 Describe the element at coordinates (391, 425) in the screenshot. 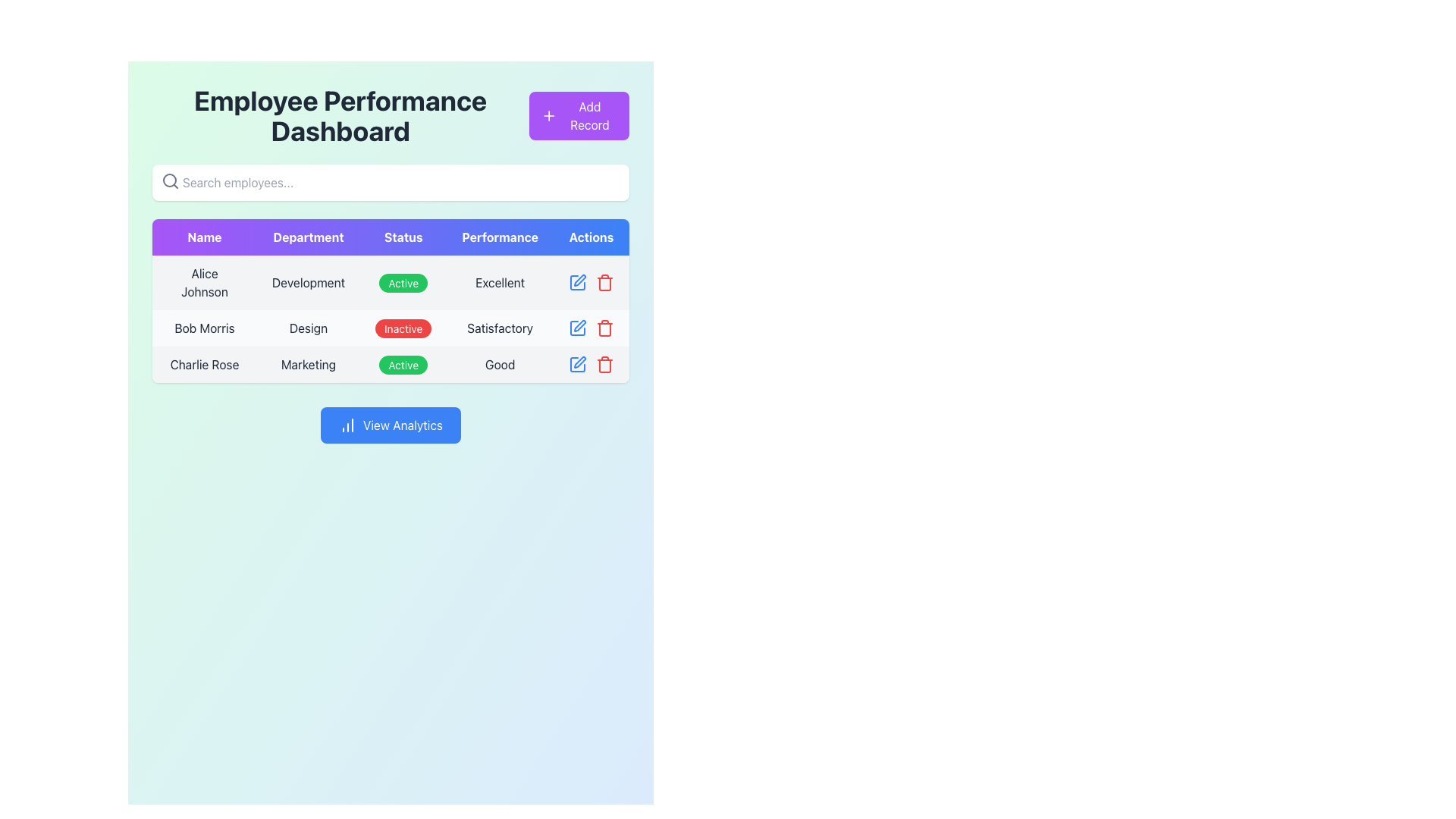

I see `the rectangular blue button labeled 'View Analytics' located below the main data table` at that location.